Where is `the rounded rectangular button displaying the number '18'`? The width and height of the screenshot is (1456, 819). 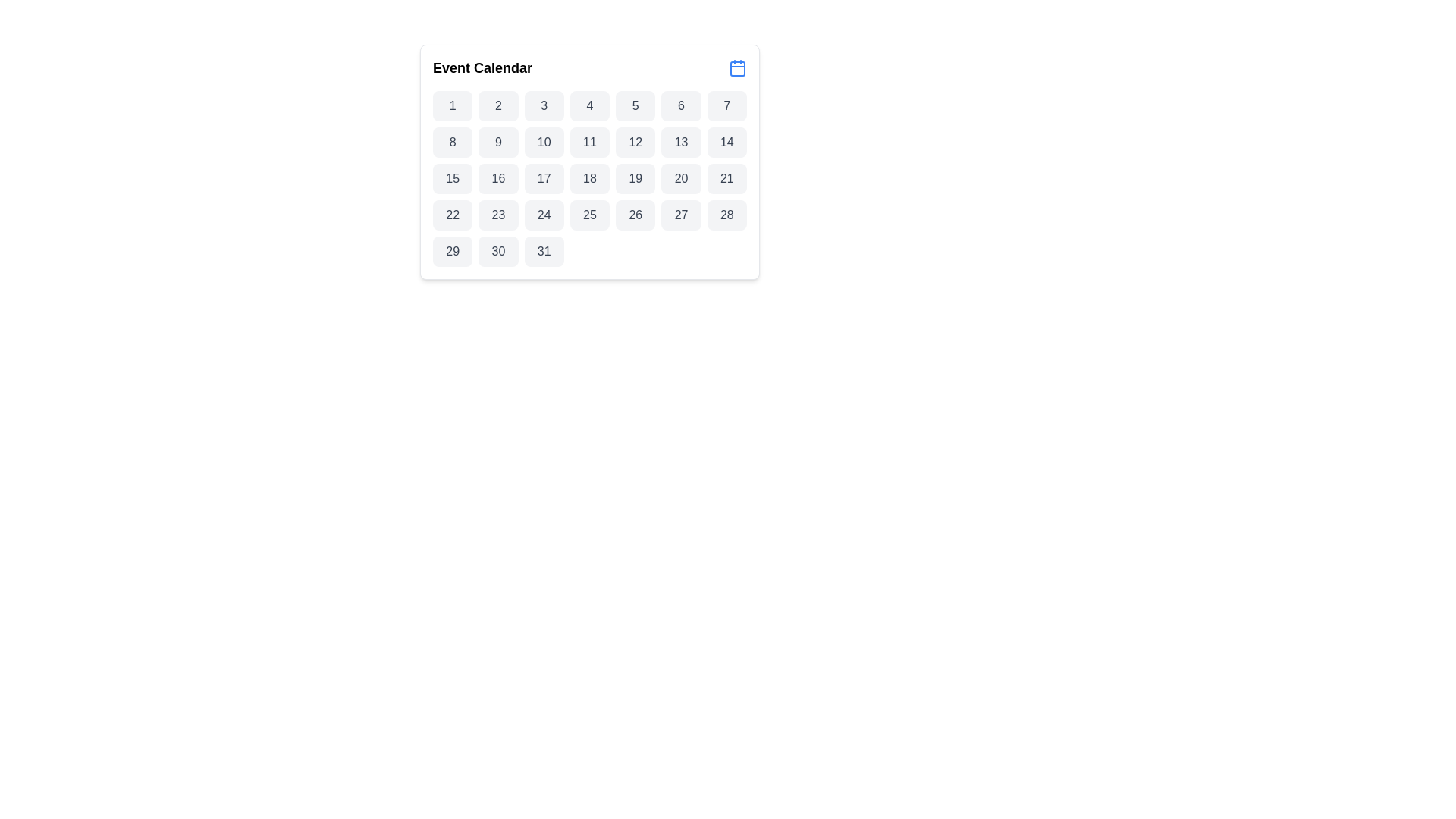 the rounded rectangular button displaying the number '18' is located at coordinates (588, 177).